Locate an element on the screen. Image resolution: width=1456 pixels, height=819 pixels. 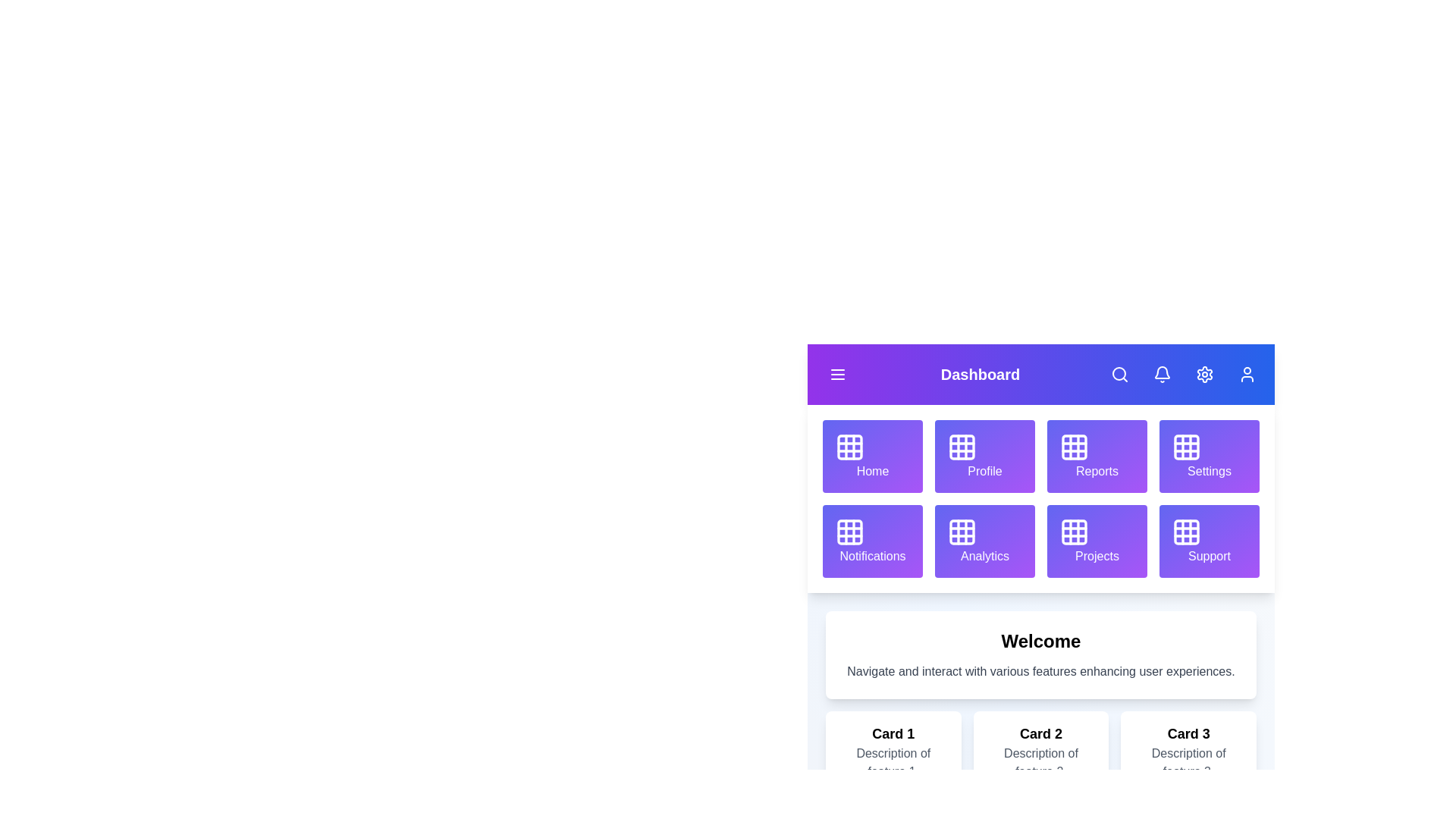
the search button to initiate a search is located at coordinates (1120, 374).